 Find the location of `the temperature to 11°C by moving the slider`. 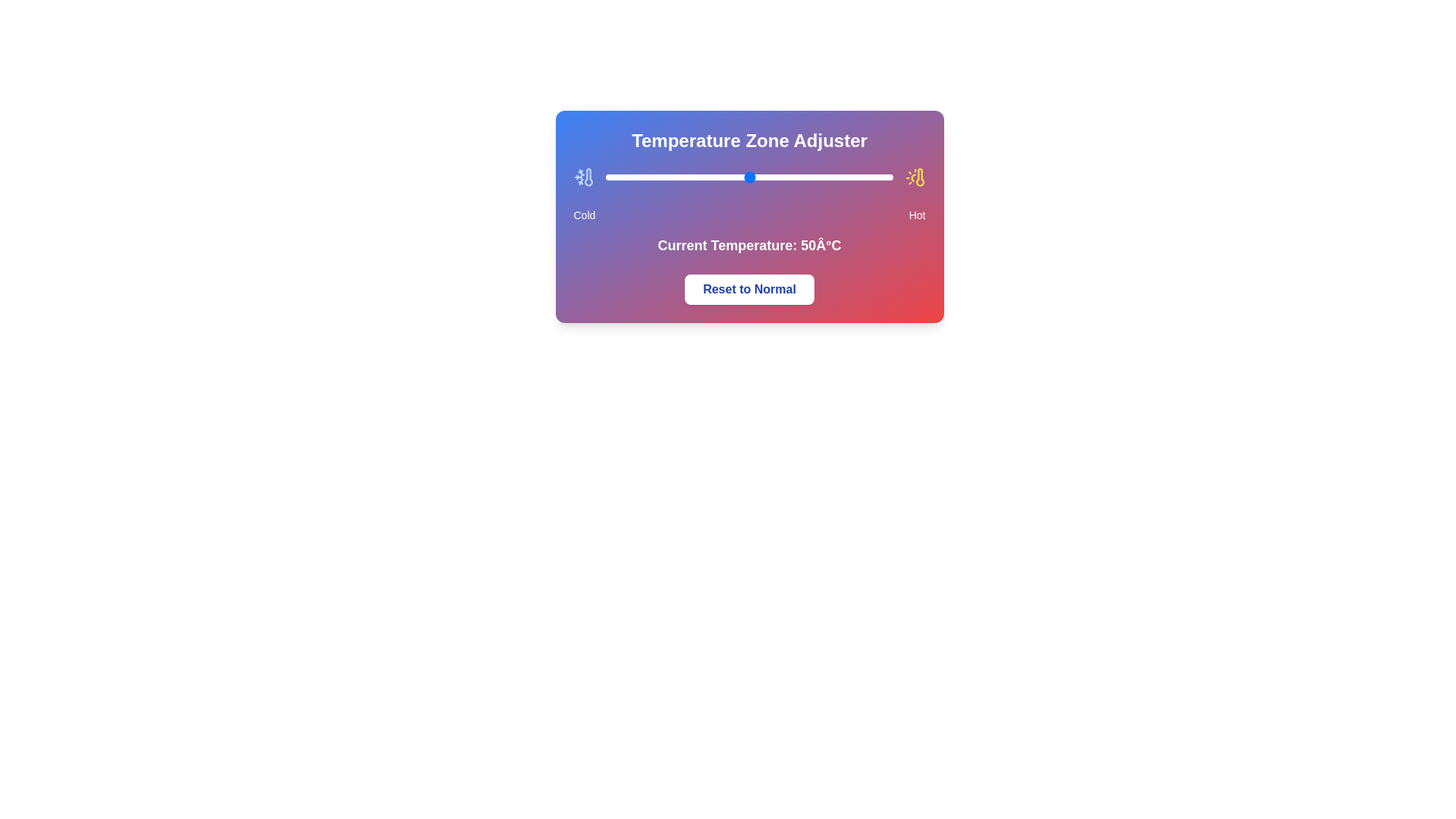

the temperature to 11°C by moving the slider is located at coordinates (637, 177).